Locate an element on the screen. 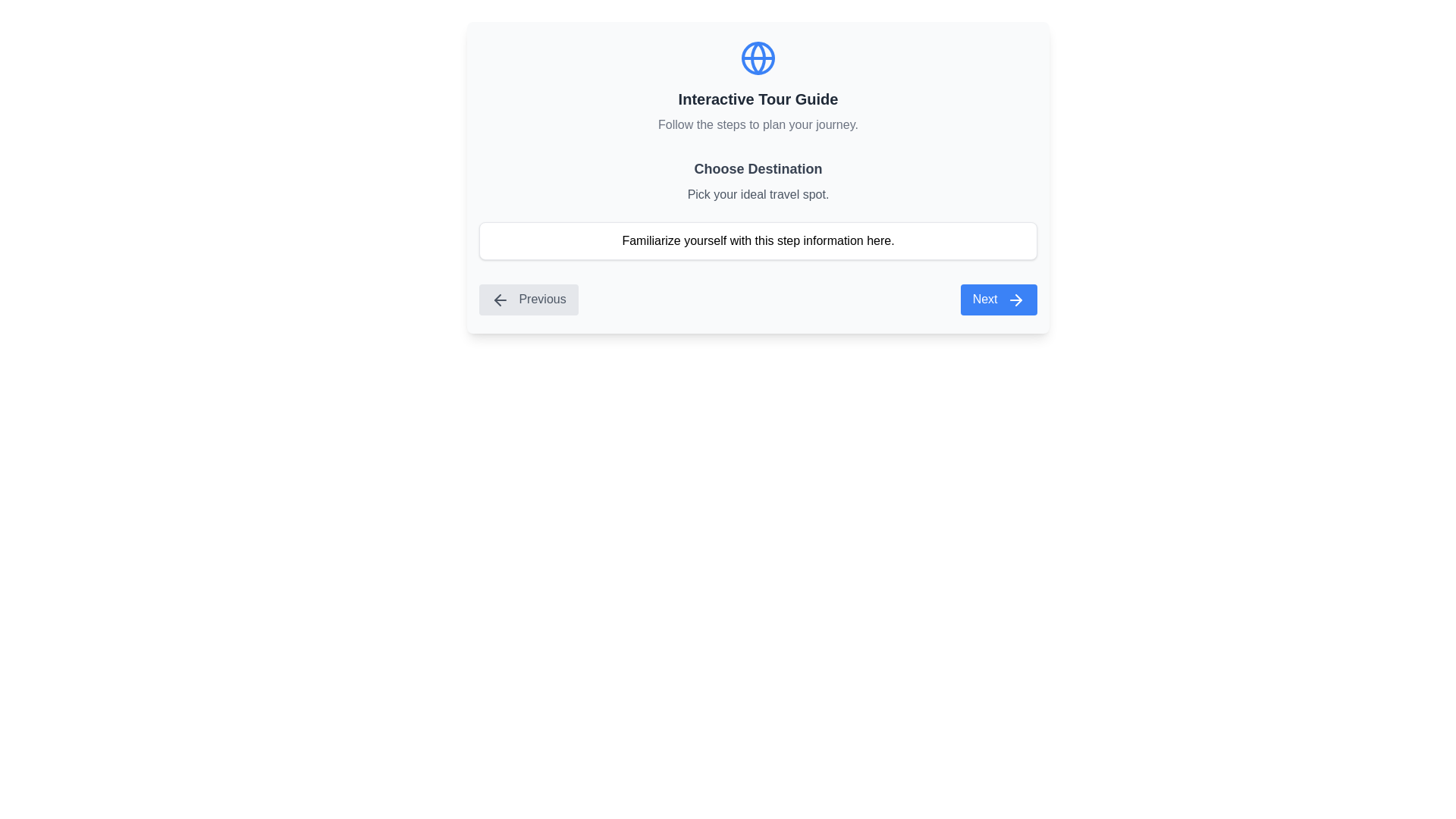 The width and height of the screenshot is (1456, 819). the circular vector graphic within the globe icon located at the top-center of the layout, enhancing the thematic presentation of the interface is located at coordinates (758, 58).